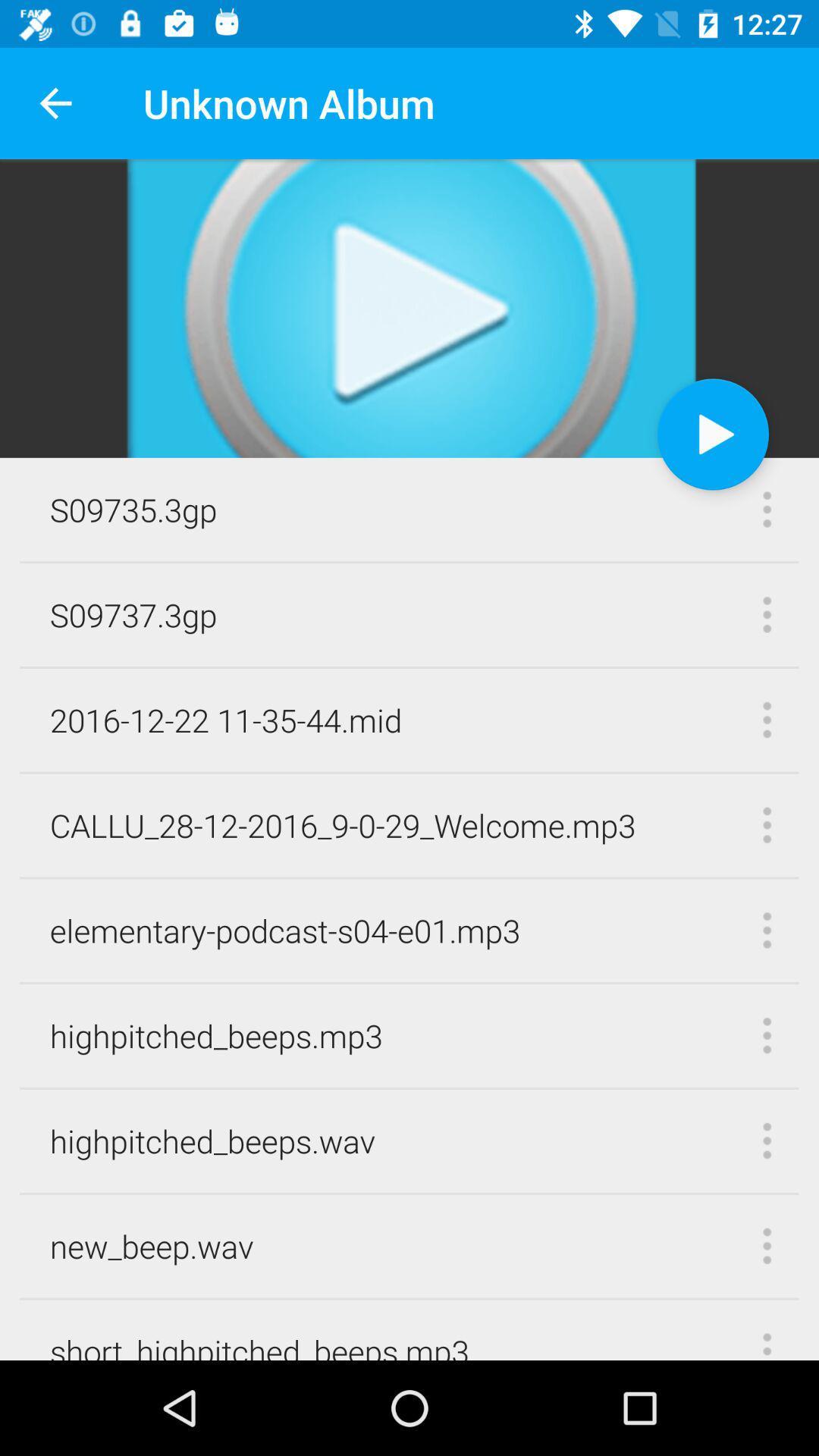 The height and width of the screenshot is (1456, 819). I want to click on new_beep.wav icon, so click(152, 1246).